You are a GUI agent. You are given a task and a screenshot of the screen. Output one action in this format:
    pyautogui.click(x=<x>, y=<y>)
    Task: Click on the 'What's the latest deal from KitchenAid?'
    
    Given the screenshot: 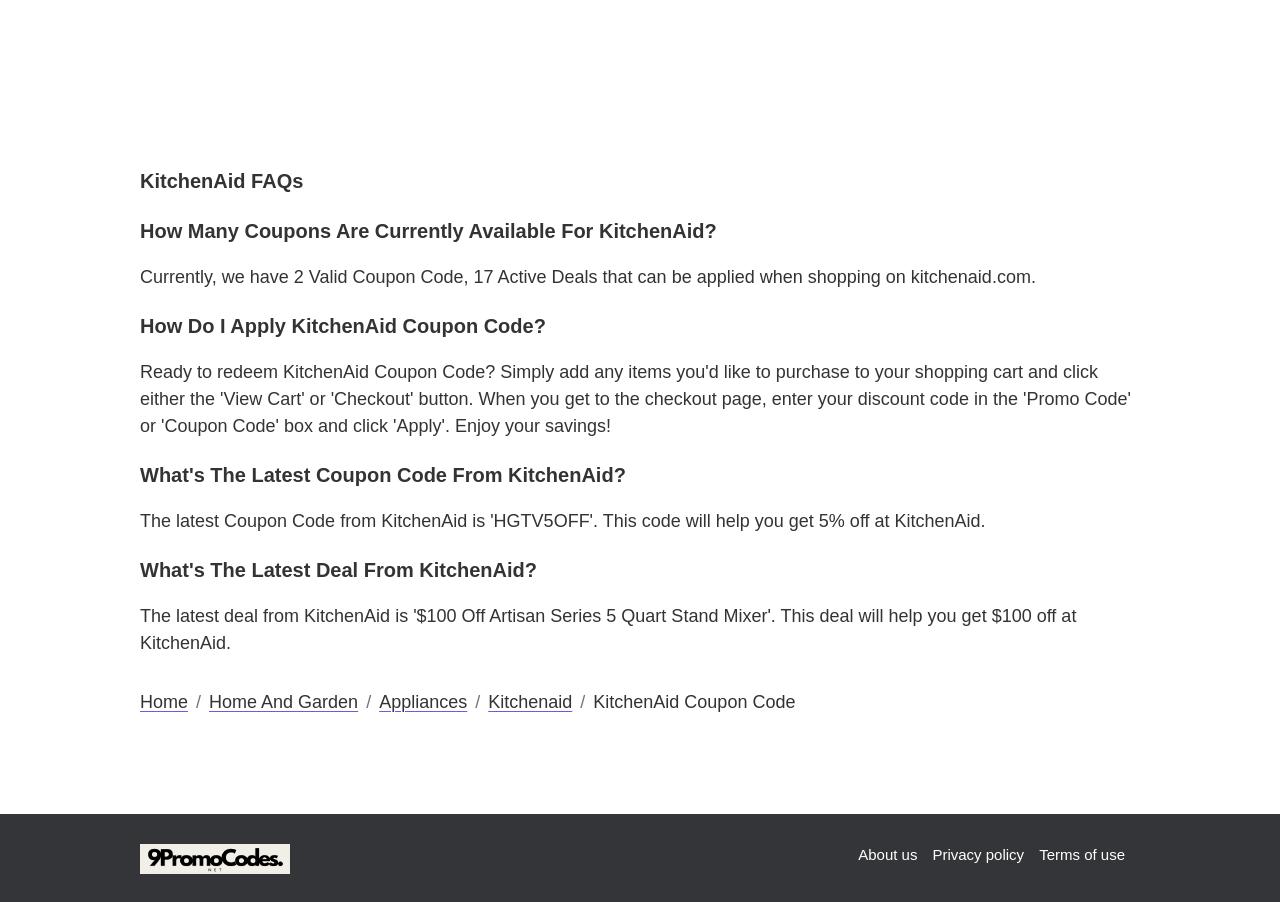 What is the action you would take?
    pyautogui.click(x=338, y=568)
    